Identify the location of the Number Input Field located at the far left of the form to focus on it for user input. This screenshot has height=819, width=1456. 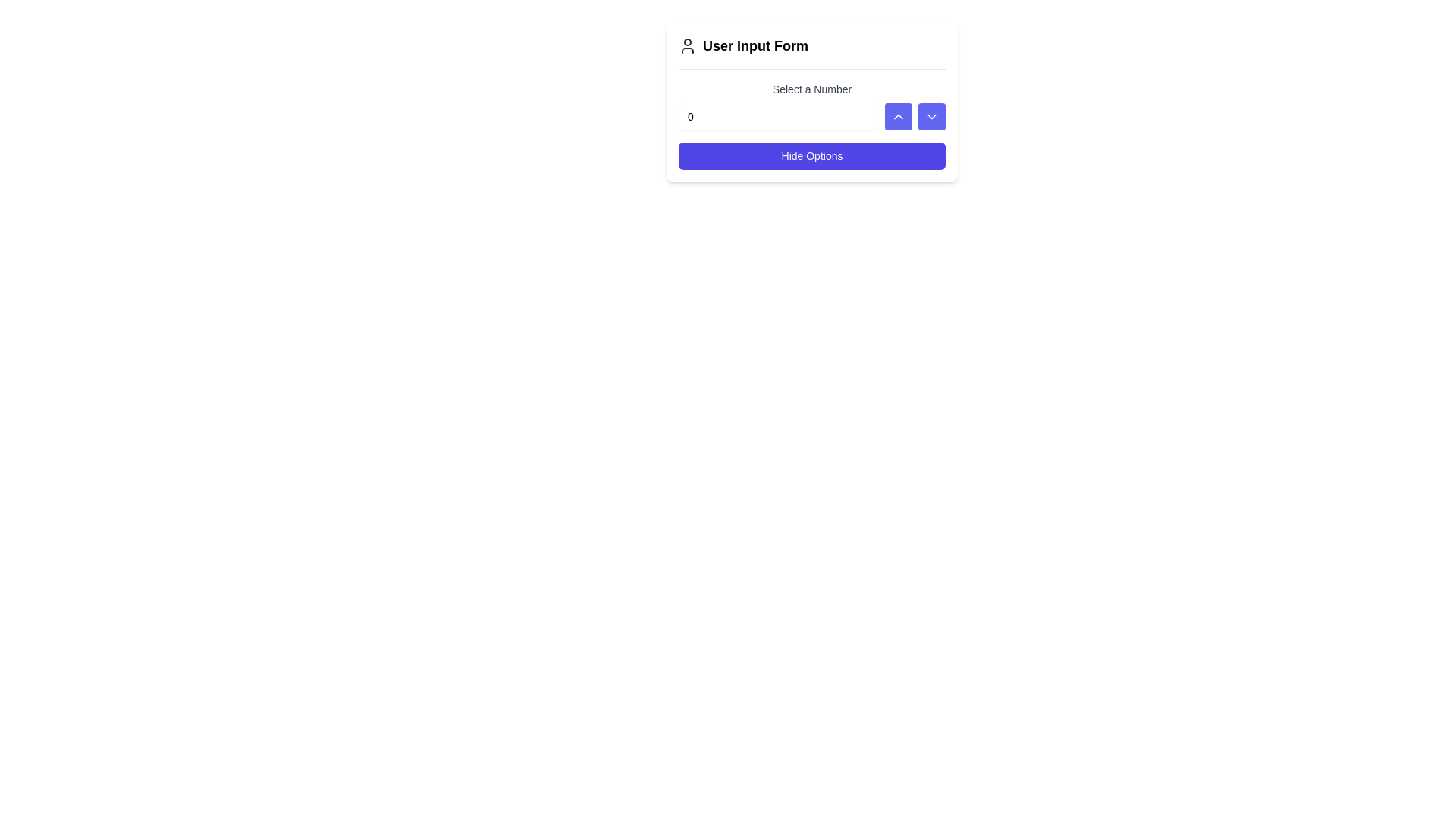
(779, 116).